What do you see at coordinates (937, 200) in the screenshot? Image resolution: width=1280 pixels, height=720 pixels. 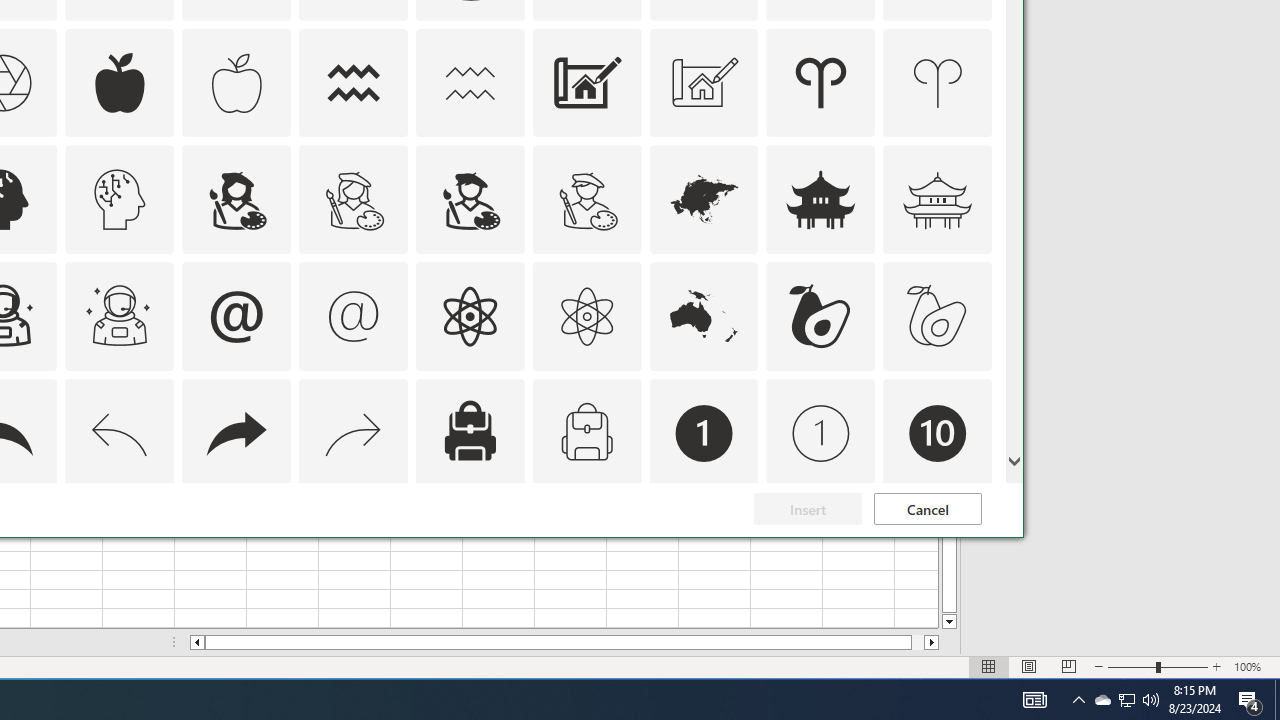 I see `'AutomationID: Icons_AsianTemple_M'` at bounding box center [937, 200].